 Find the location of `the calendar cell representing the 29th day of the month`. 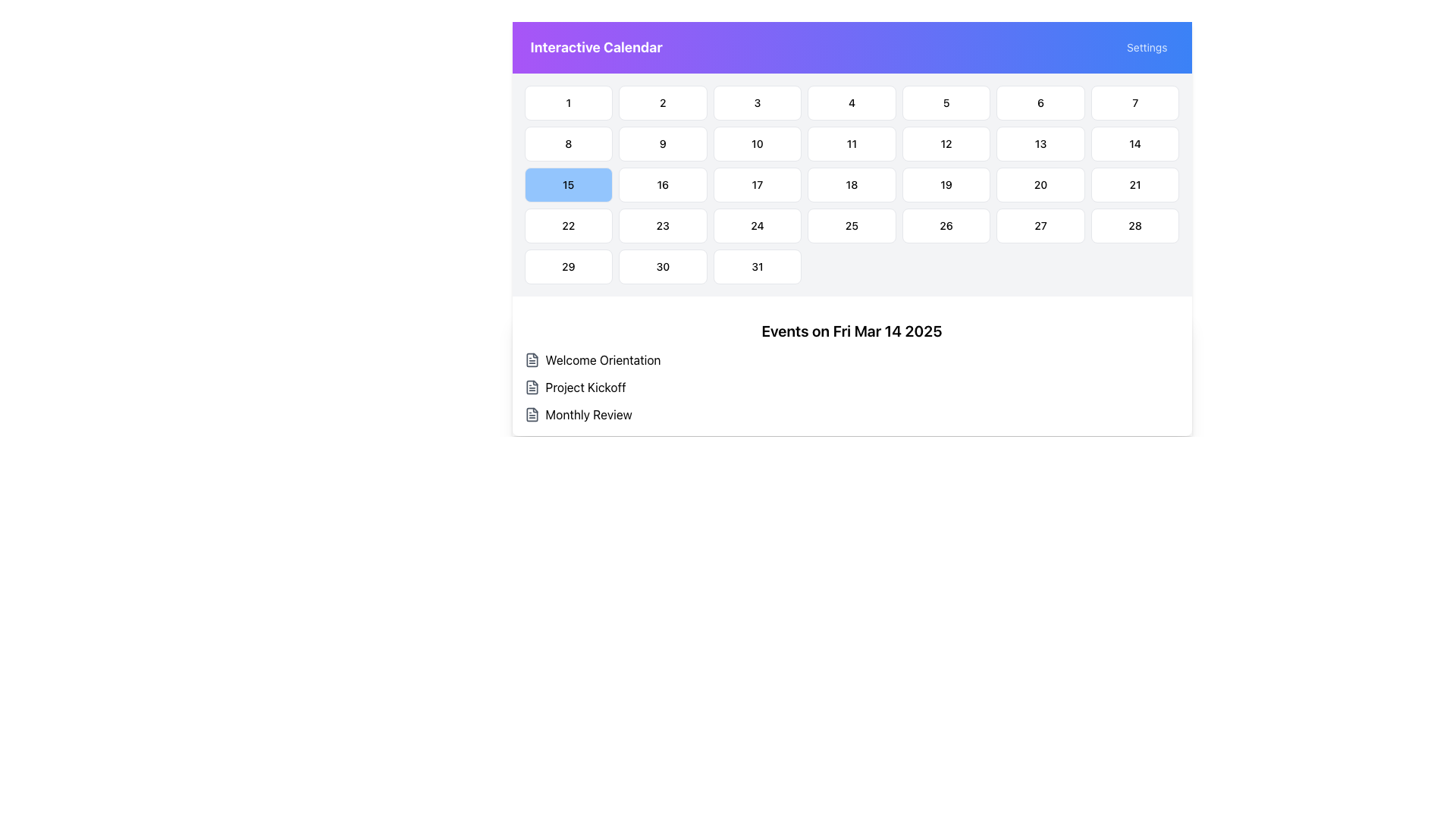

the calendar cell representing the 29th day of the month is located at coordinates (567, 265).